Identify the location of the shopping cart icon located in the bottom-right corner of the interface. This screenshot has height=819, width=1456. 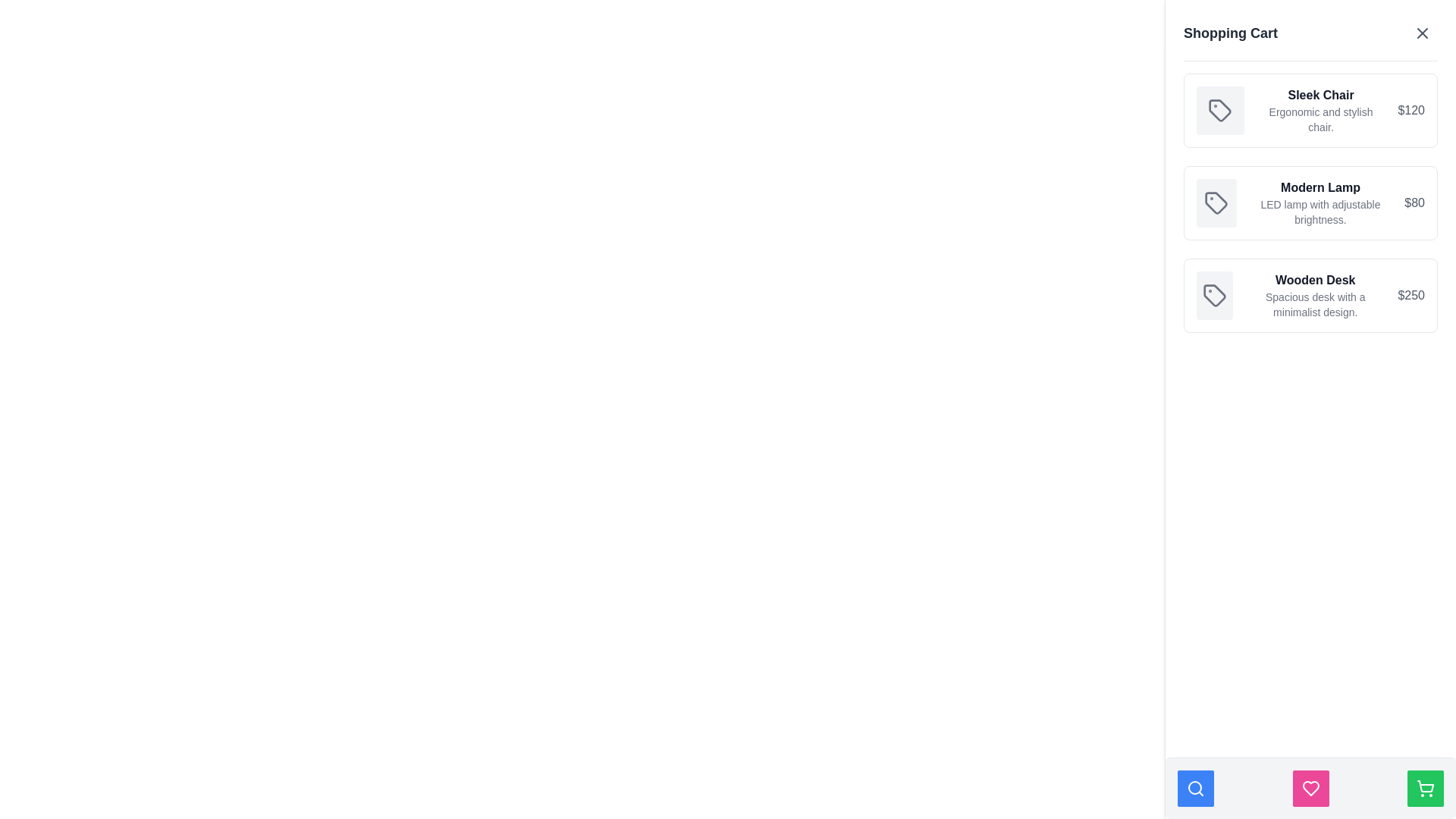
(1425, 786).